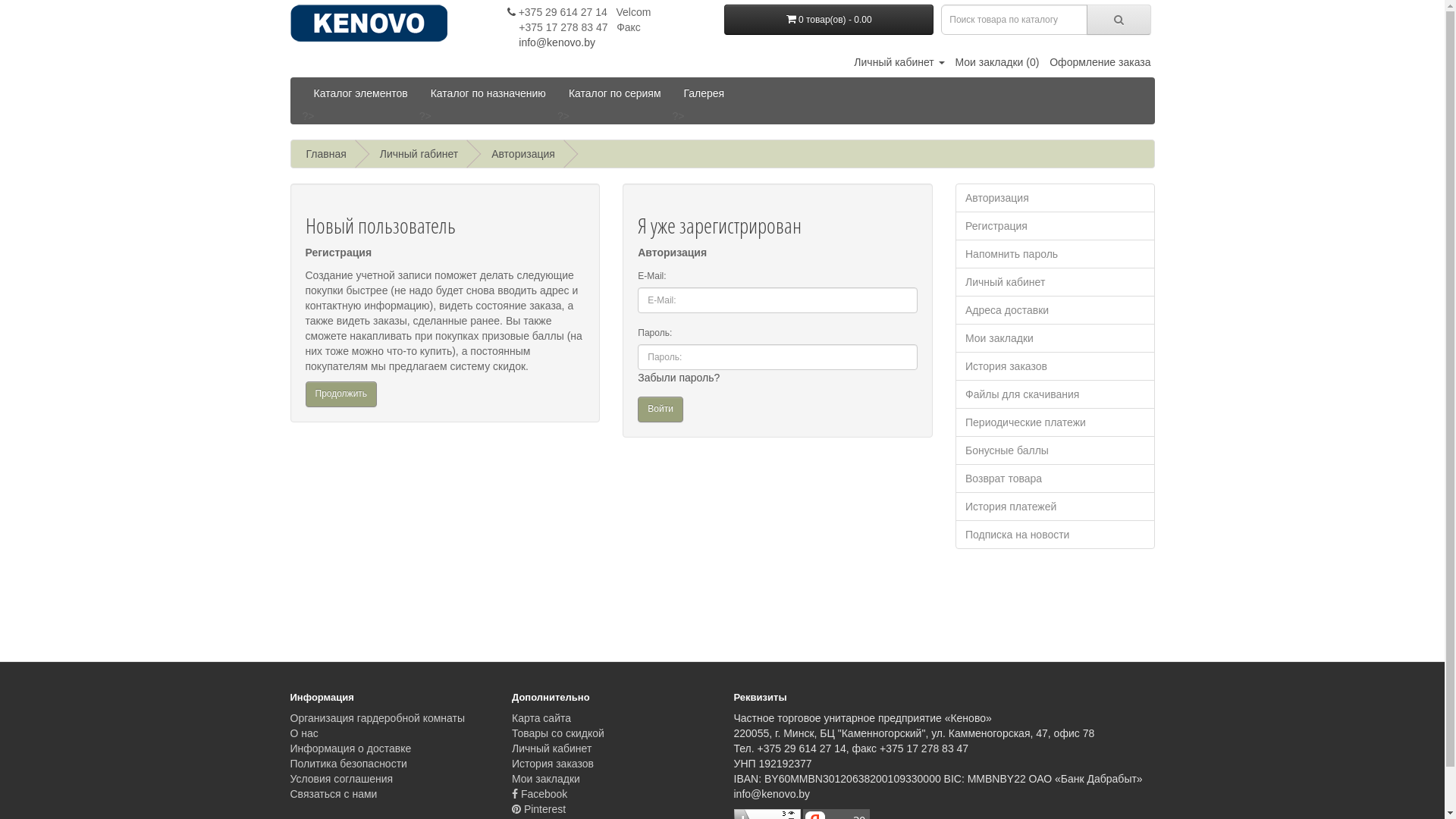  What do you see at coordinates (538, 808) in the screenshot?
I see `'Pinterest'` at bounding box center [538, 808].